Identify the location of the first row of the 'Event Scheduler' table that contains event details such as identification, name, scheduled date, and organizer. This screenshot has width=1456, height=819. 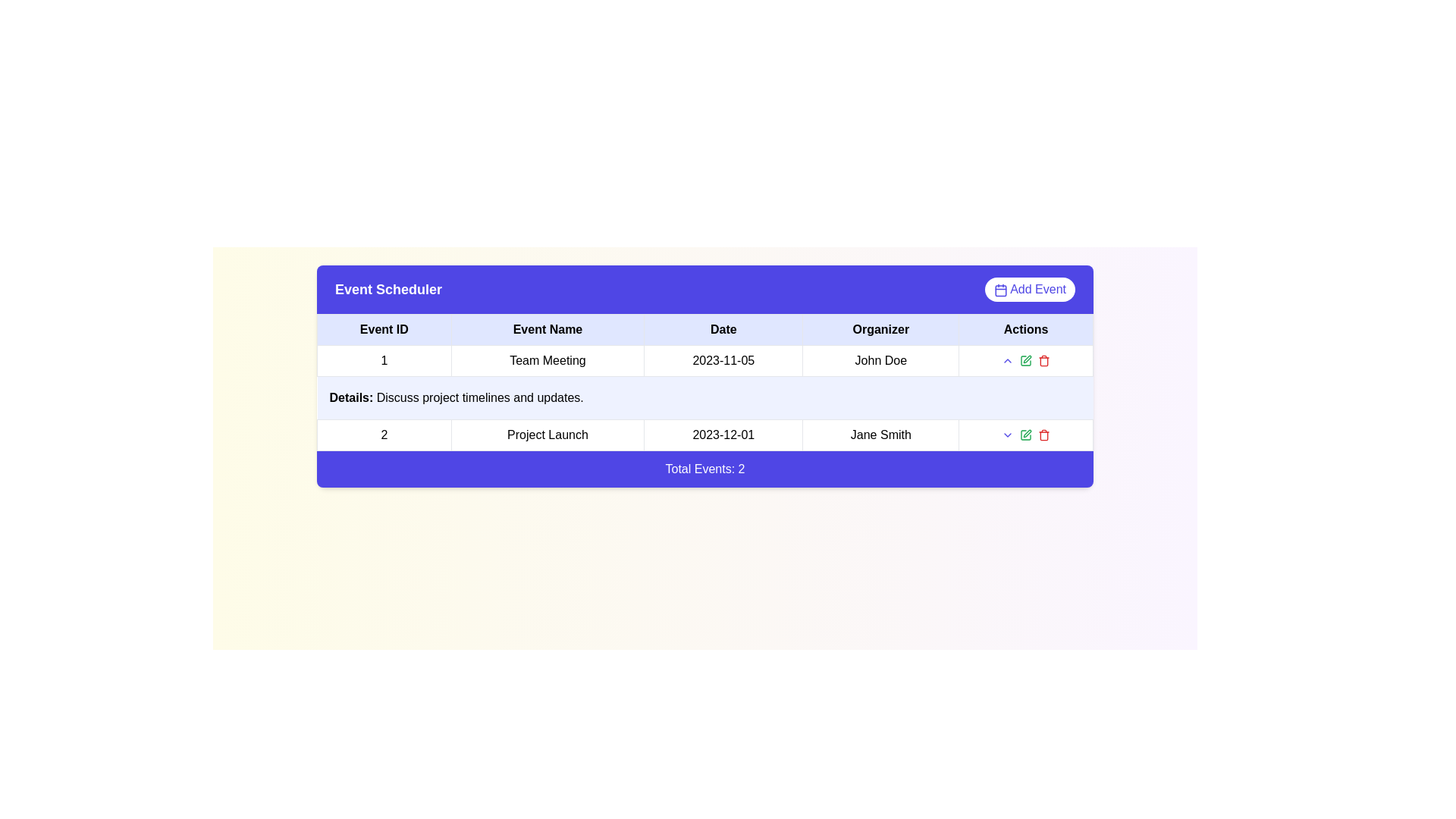
(704, 360).